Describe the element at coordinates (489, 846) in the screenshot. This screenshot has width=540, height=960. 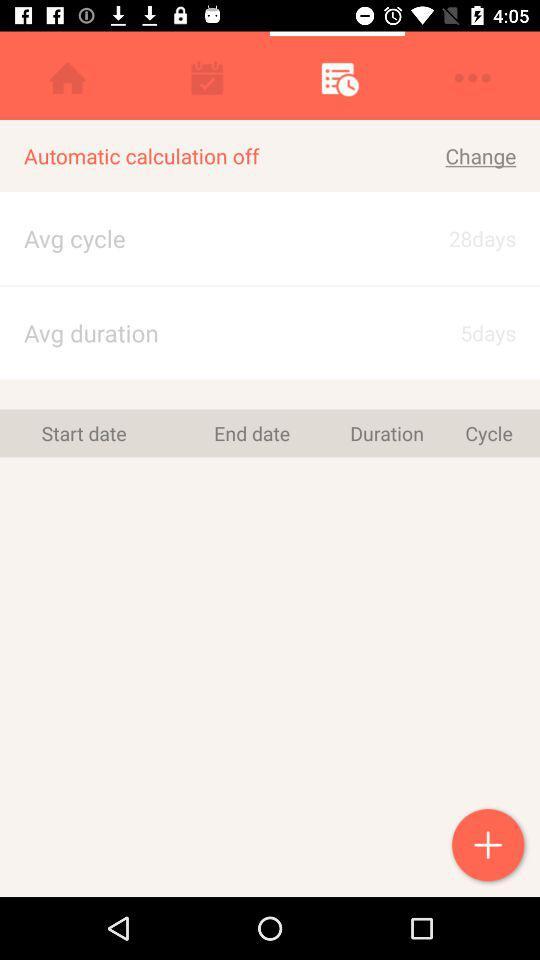
I see `the icon at the bottom right corner` at that location.